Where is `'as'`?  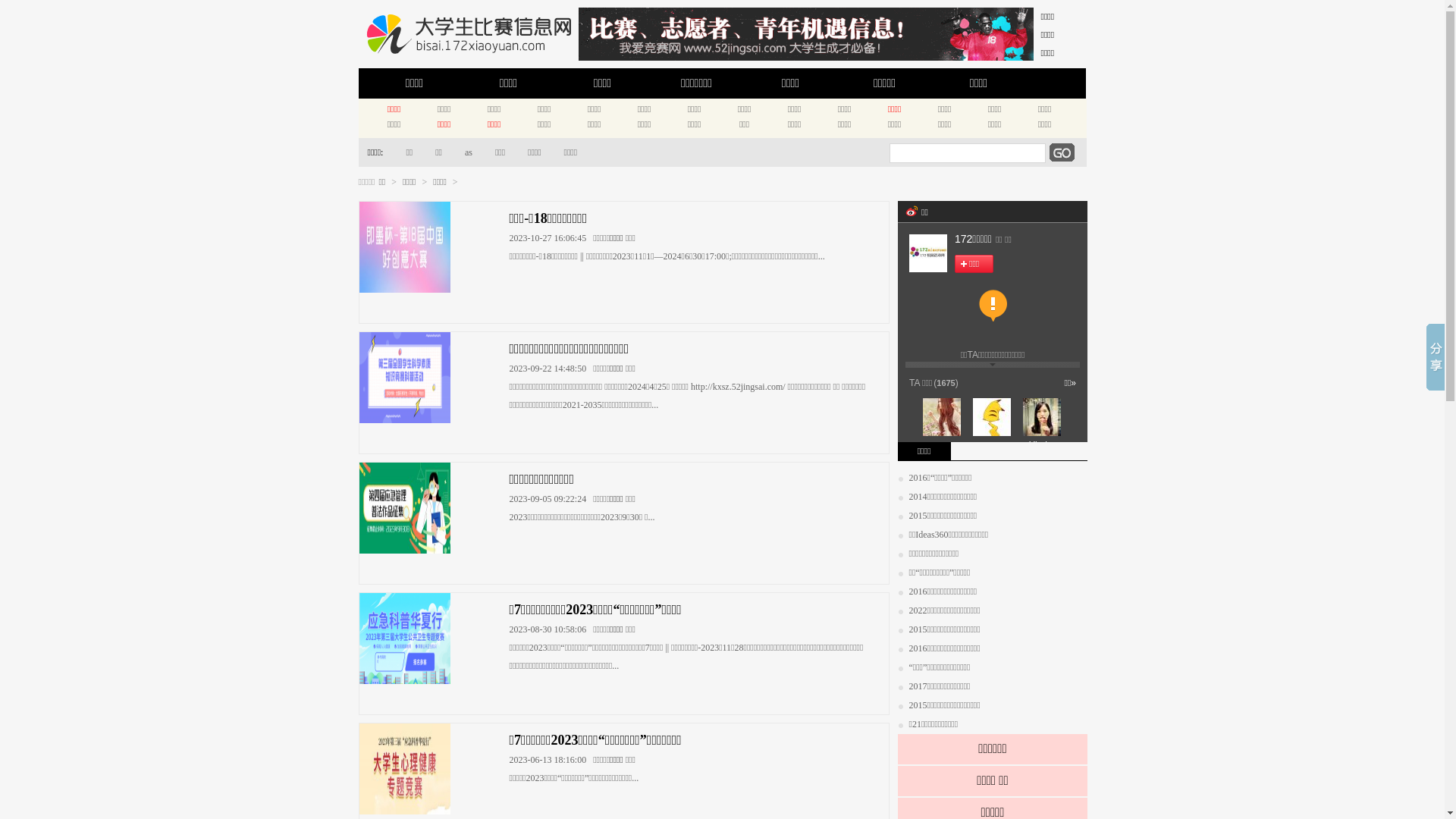
'as' is located at coordinates (462, 152).